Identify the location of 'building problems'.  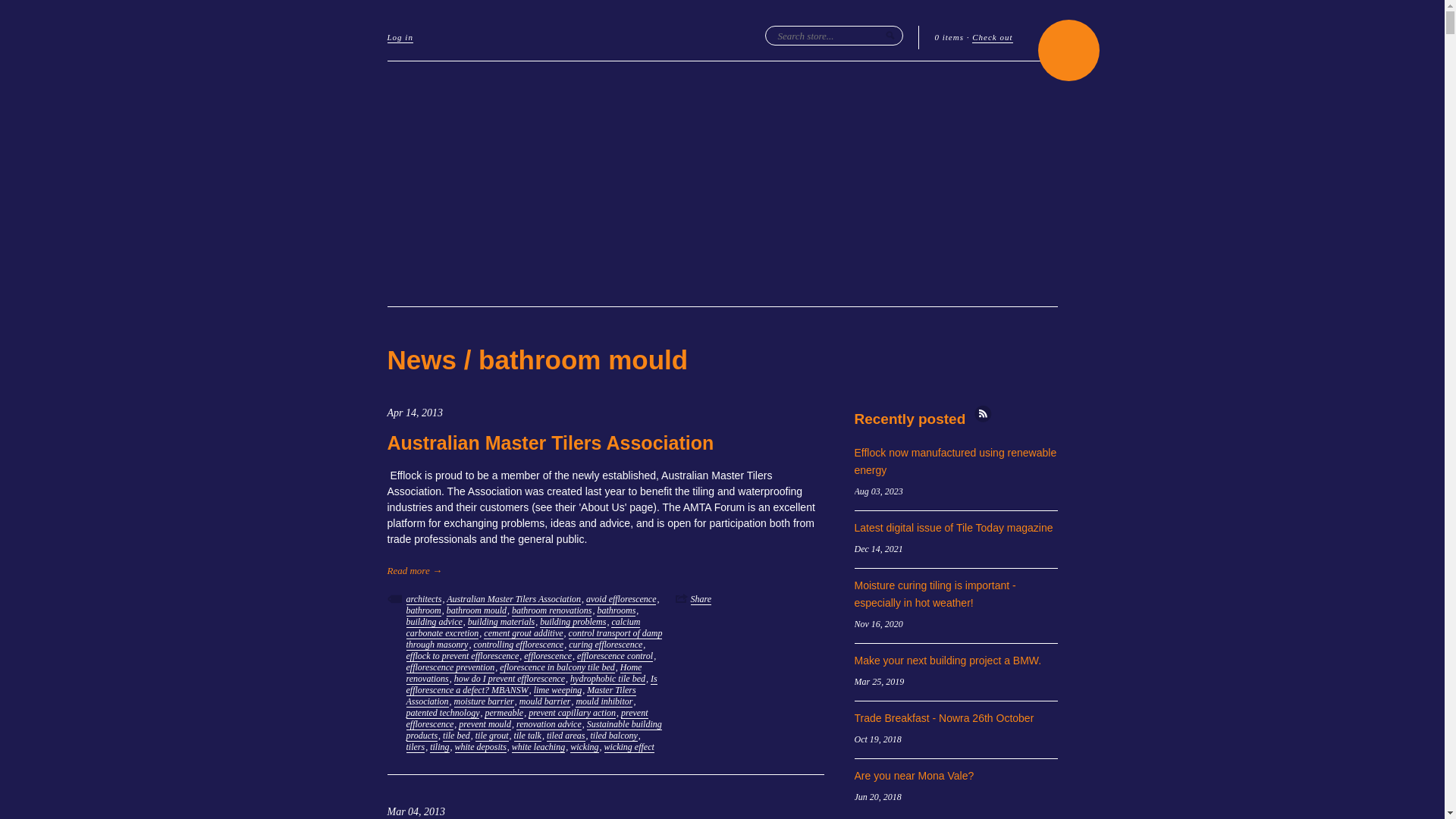
(539, 622).